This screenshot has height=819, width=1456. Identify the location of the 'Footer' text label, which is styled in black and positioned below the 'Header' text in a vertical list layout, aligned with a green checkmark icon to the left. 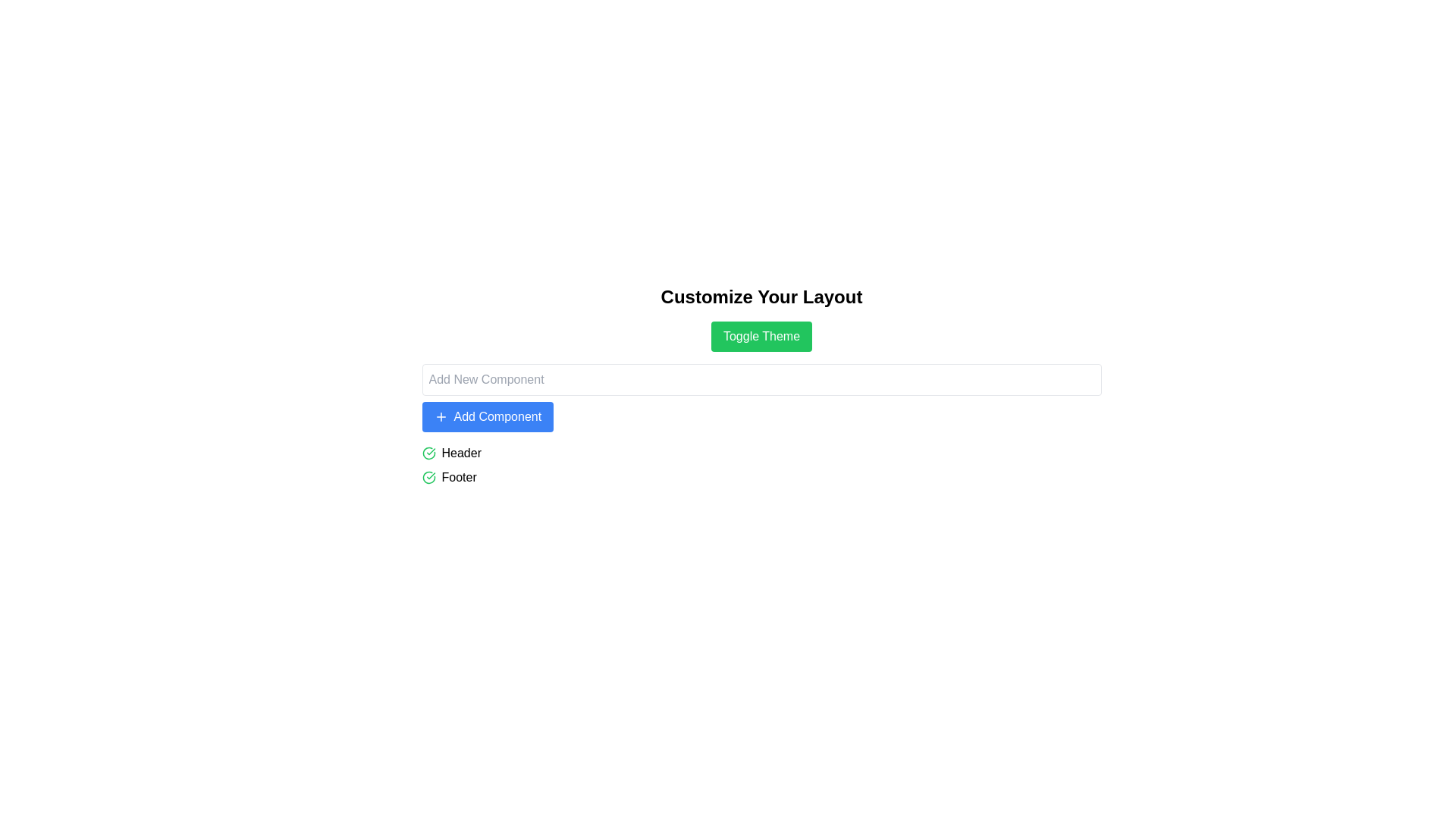
(458, 476).